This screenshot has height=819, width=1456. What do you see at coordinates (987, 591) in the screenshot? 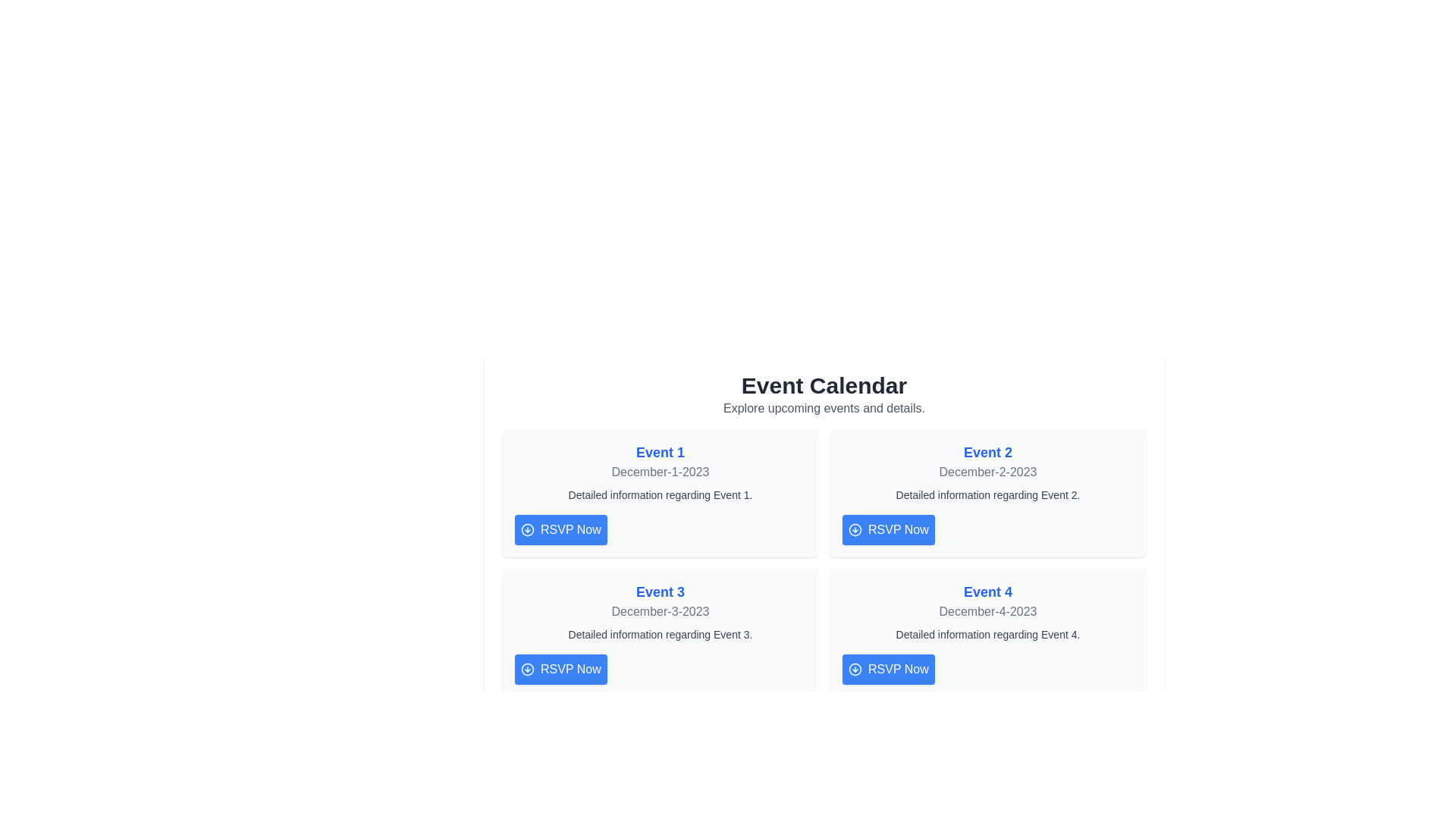
I see `the text label displaying 'Event 4', which is styled with a bold font and blue color, located at the top of the card structure containing additional event details` at bounding box center [987, 591].